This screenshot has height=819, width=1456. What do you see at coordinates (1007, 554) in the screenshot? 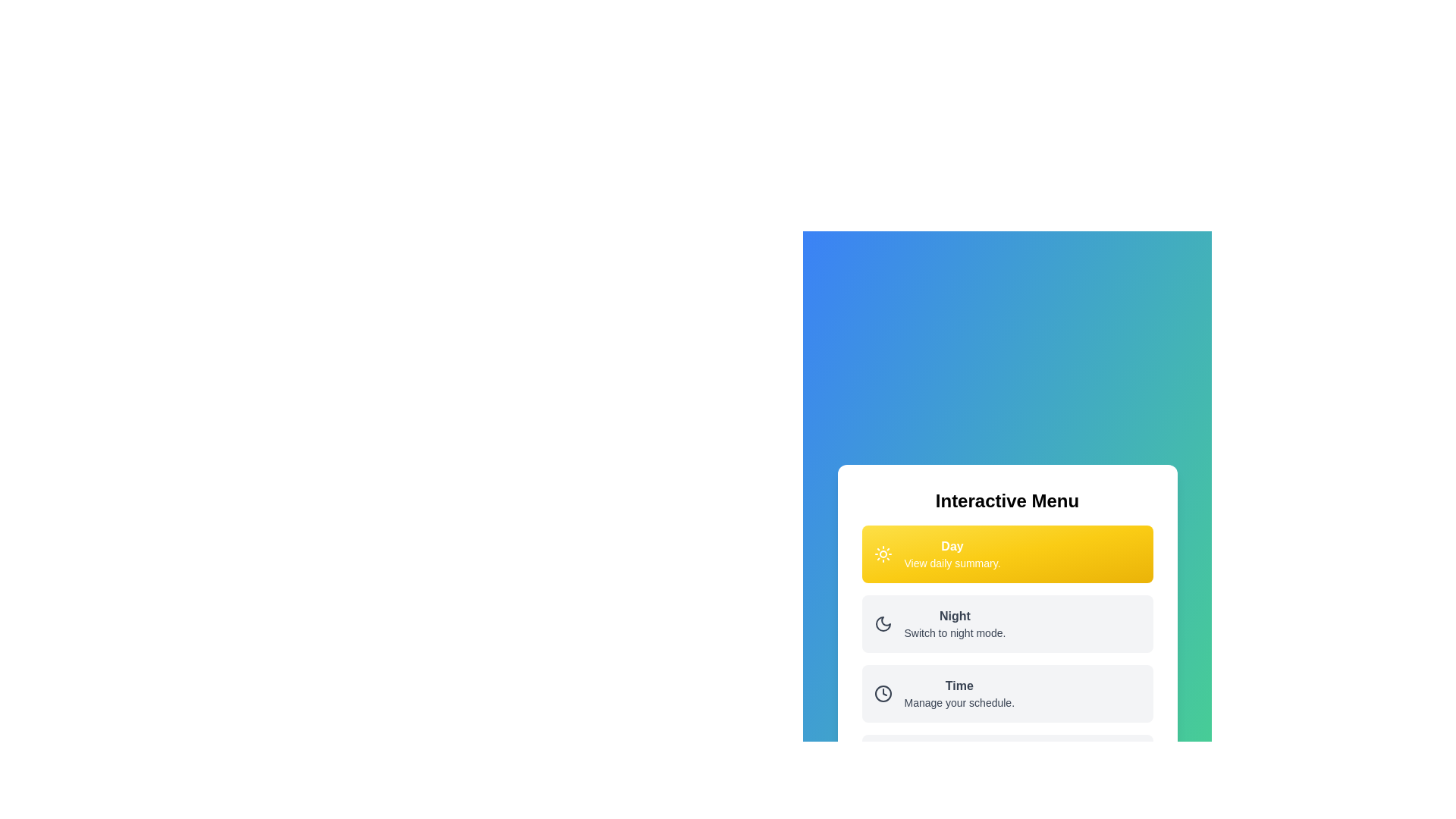
I see `the menu option Day to see its hover effect` at bounding box center [1007, 554].